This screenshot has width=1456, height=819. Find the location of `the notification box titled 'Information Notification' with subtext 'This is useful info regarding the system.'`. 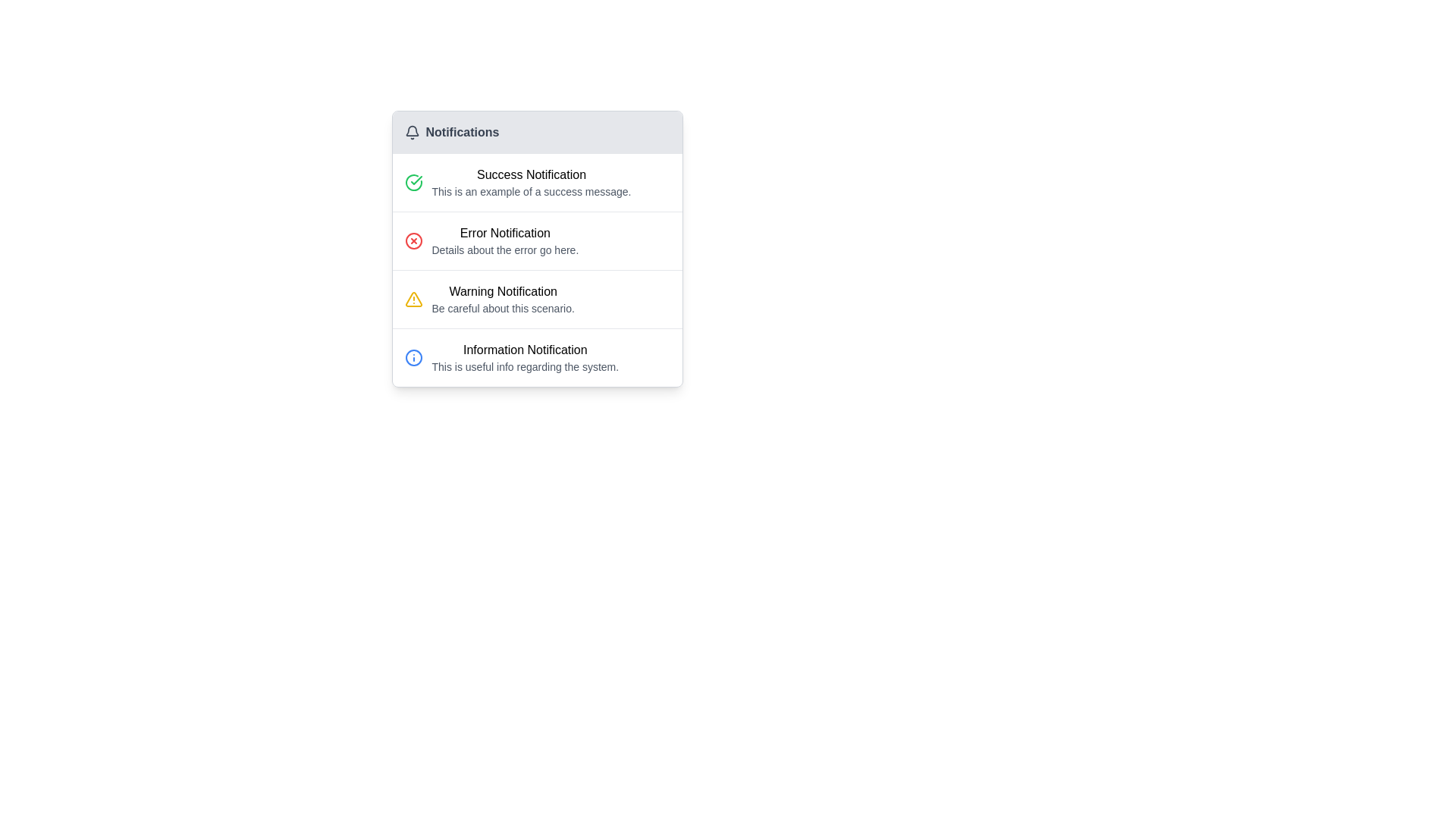

the notification box titled 'Information Notification' with subtext 'This is useful info regarding the system.' is located at coordinates (537, 357).